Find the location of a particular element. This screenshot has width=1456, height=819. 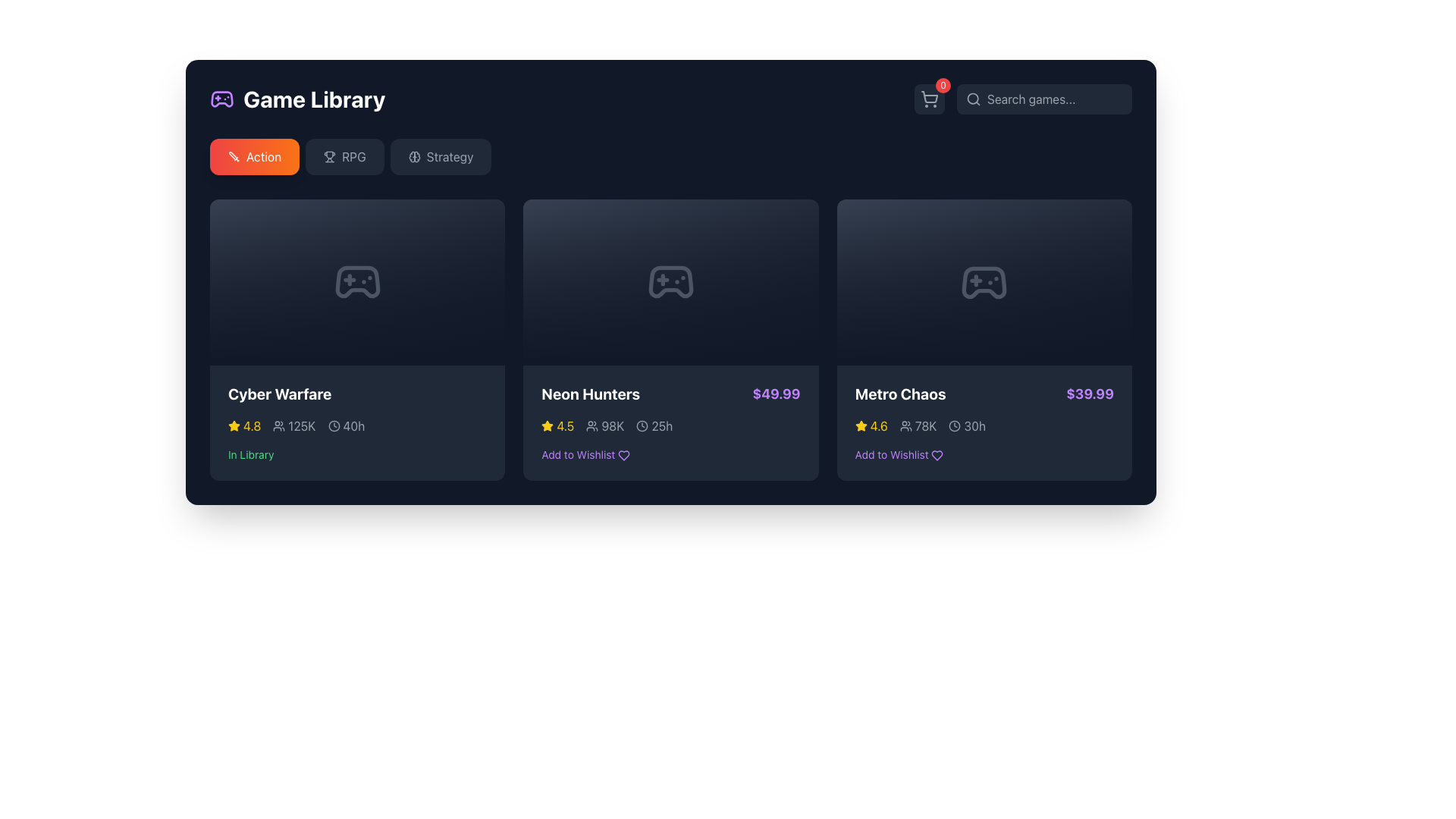

the informational display containing critical game details such as rating, user count, and approximate playtime, located in the 'Neon Hunters' card in the second column of the game list is located at coordinates (670, 426).